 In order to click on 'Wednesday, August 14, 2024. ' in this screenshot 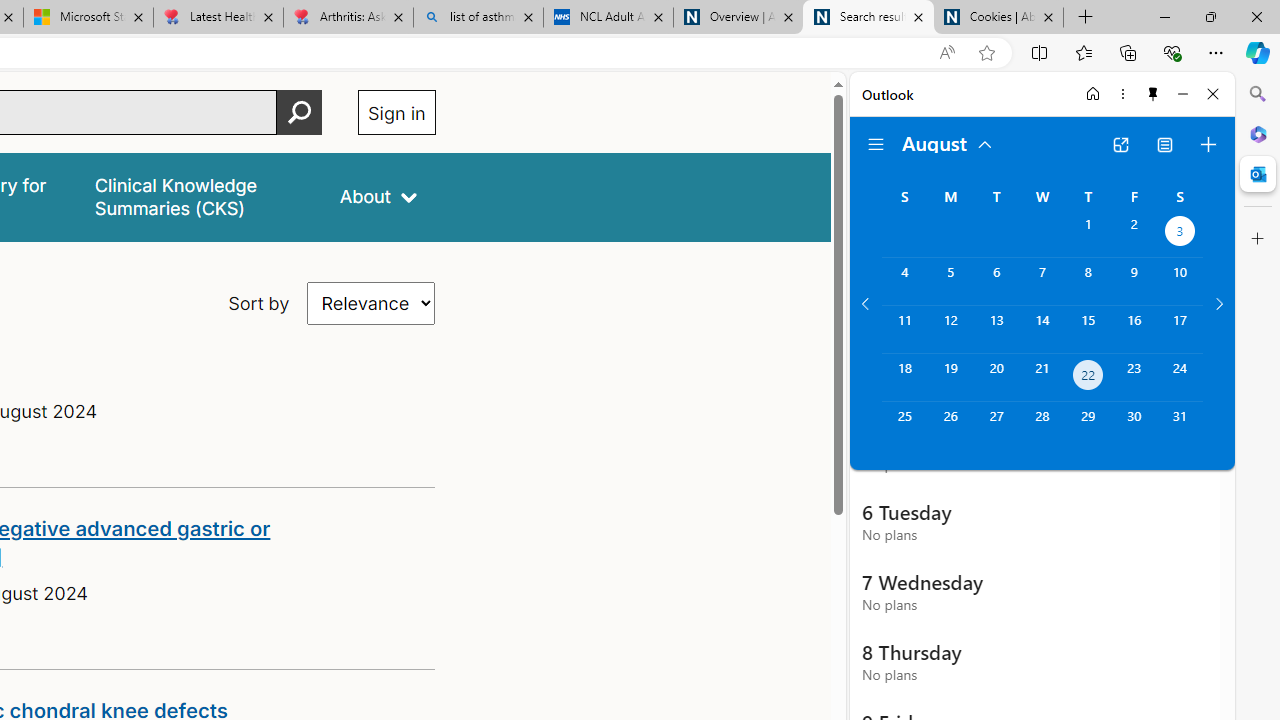, I will do `click(1041, 328)`.